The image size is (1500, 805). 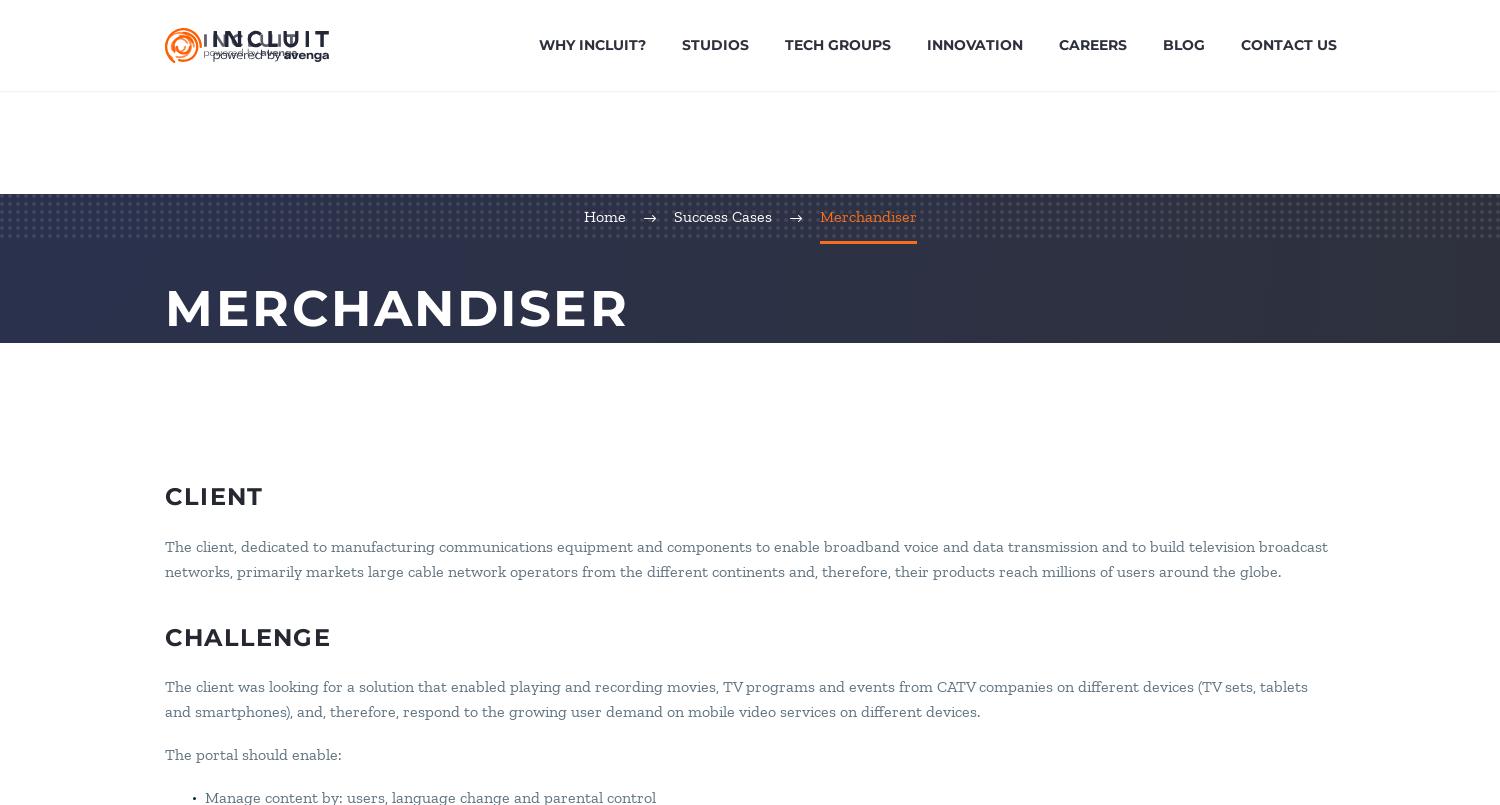 What do you see at coordinates (1162, 44) in the screenshot?
I see `'Blog'` at bounding box center [1162, 44].